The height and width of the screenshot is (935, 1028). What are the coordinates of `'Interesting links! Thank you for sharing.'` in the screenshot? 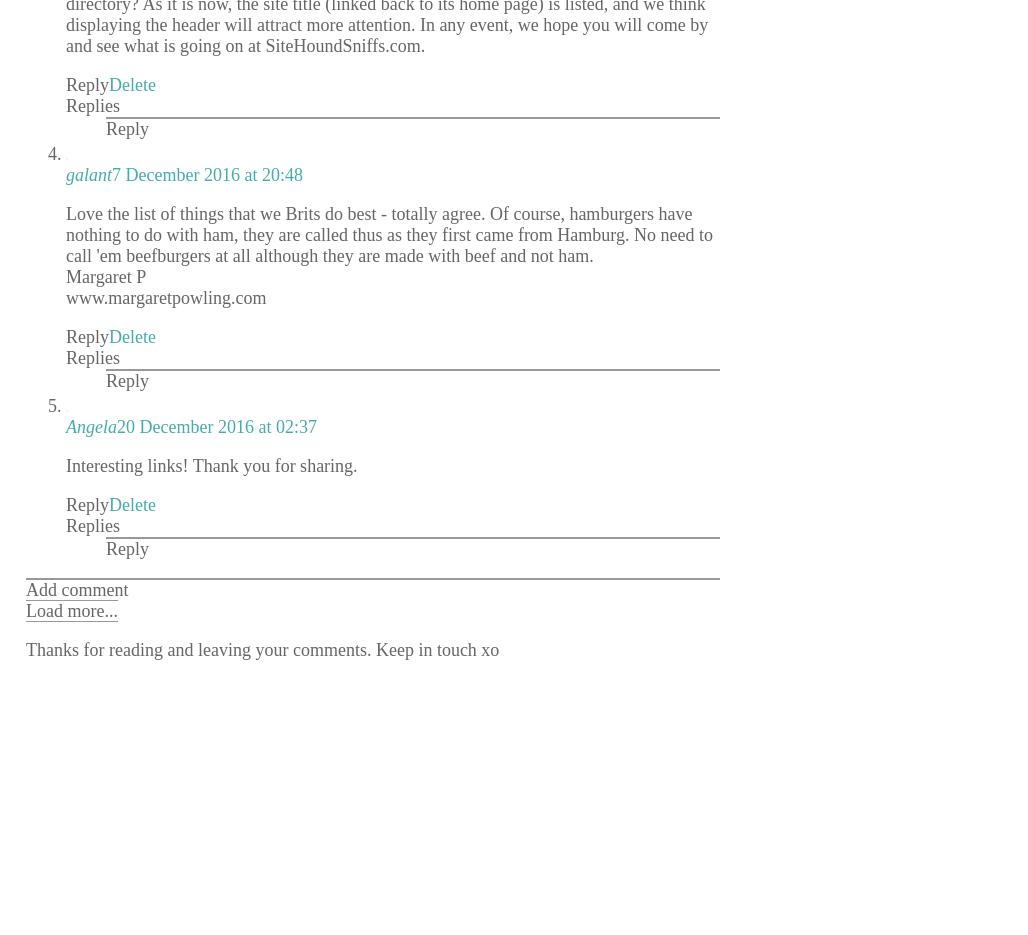 It's located at (210, 463).